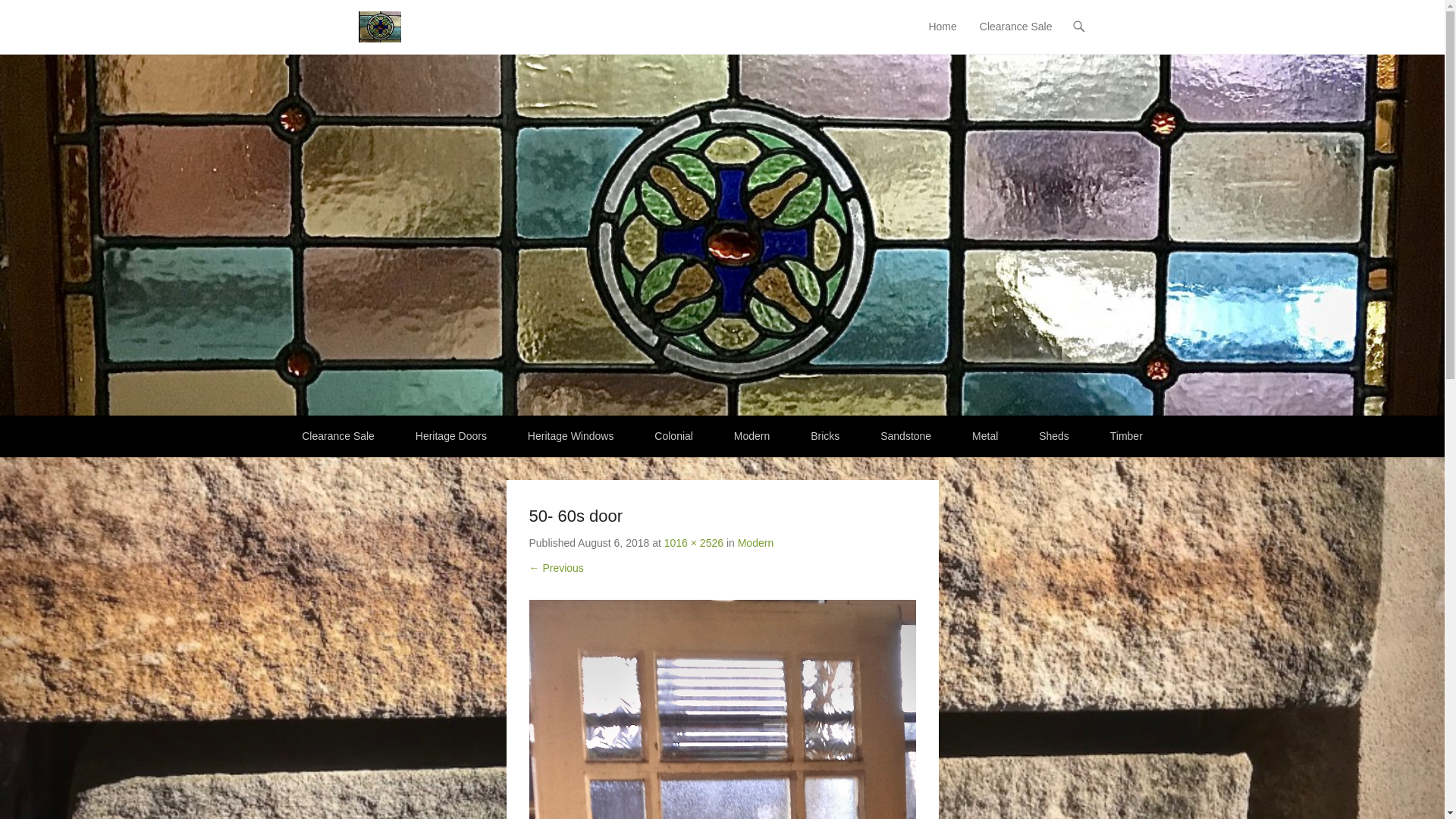 Image resolution: width=1456 pixels, height=819 pixels. I want to click on 'Colonial', so click(673, 436).